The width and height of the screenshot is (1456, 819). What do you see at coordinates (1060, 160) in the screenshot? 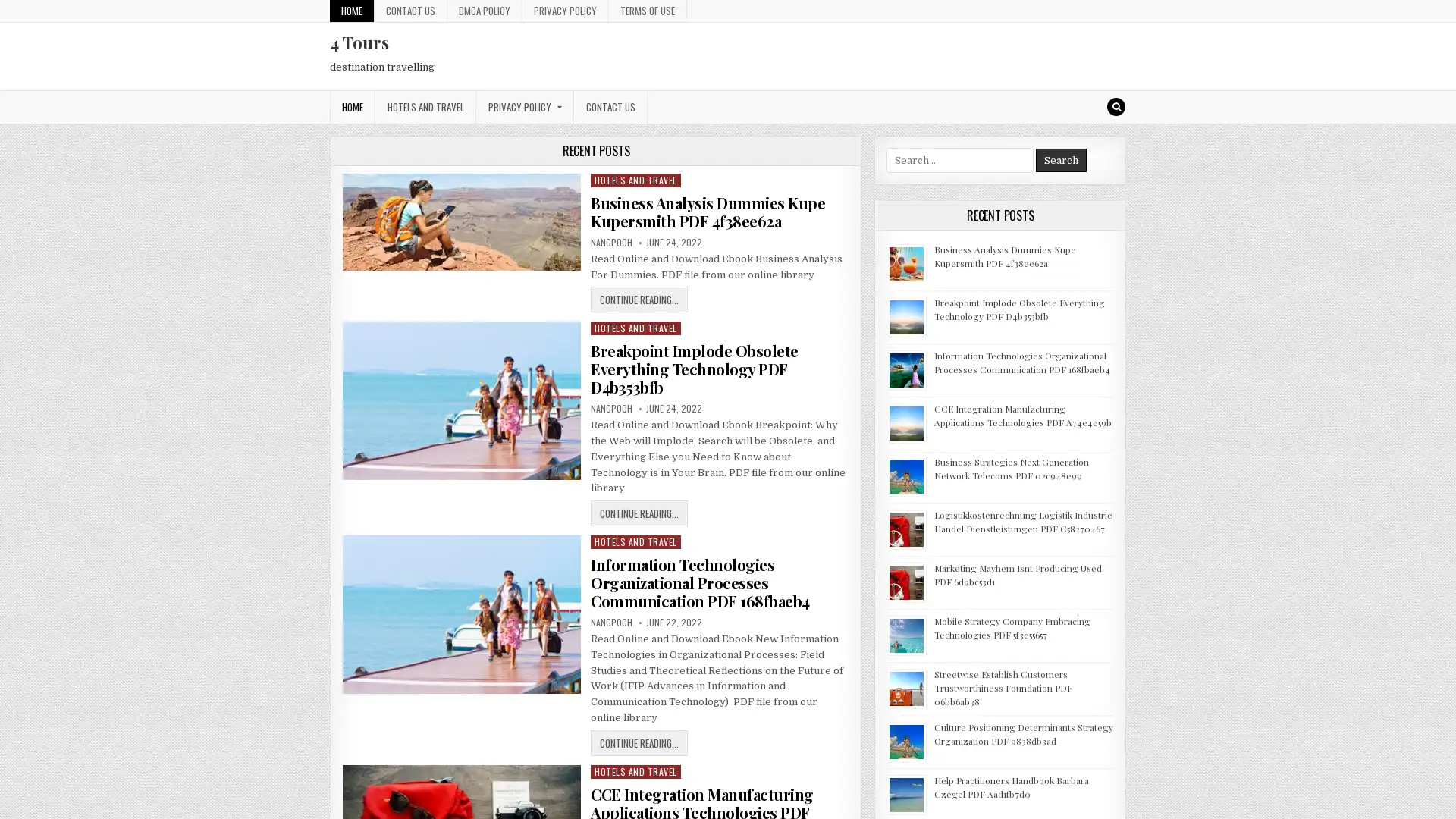
I see `Search` at bounding box center [1060, 160].